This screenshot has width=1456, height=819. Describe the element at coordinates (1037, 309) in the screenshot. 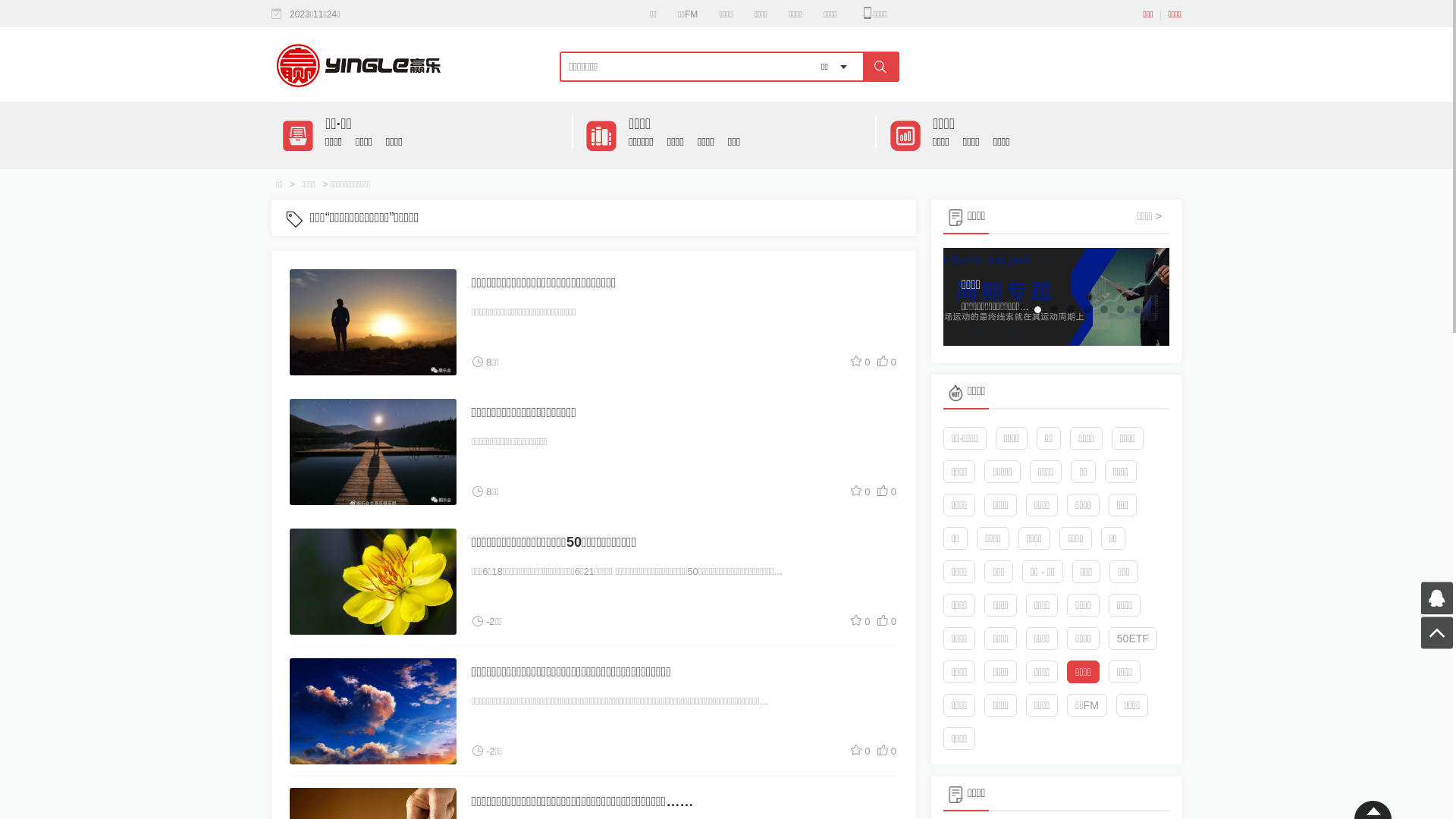

I see `'5'` at that location.